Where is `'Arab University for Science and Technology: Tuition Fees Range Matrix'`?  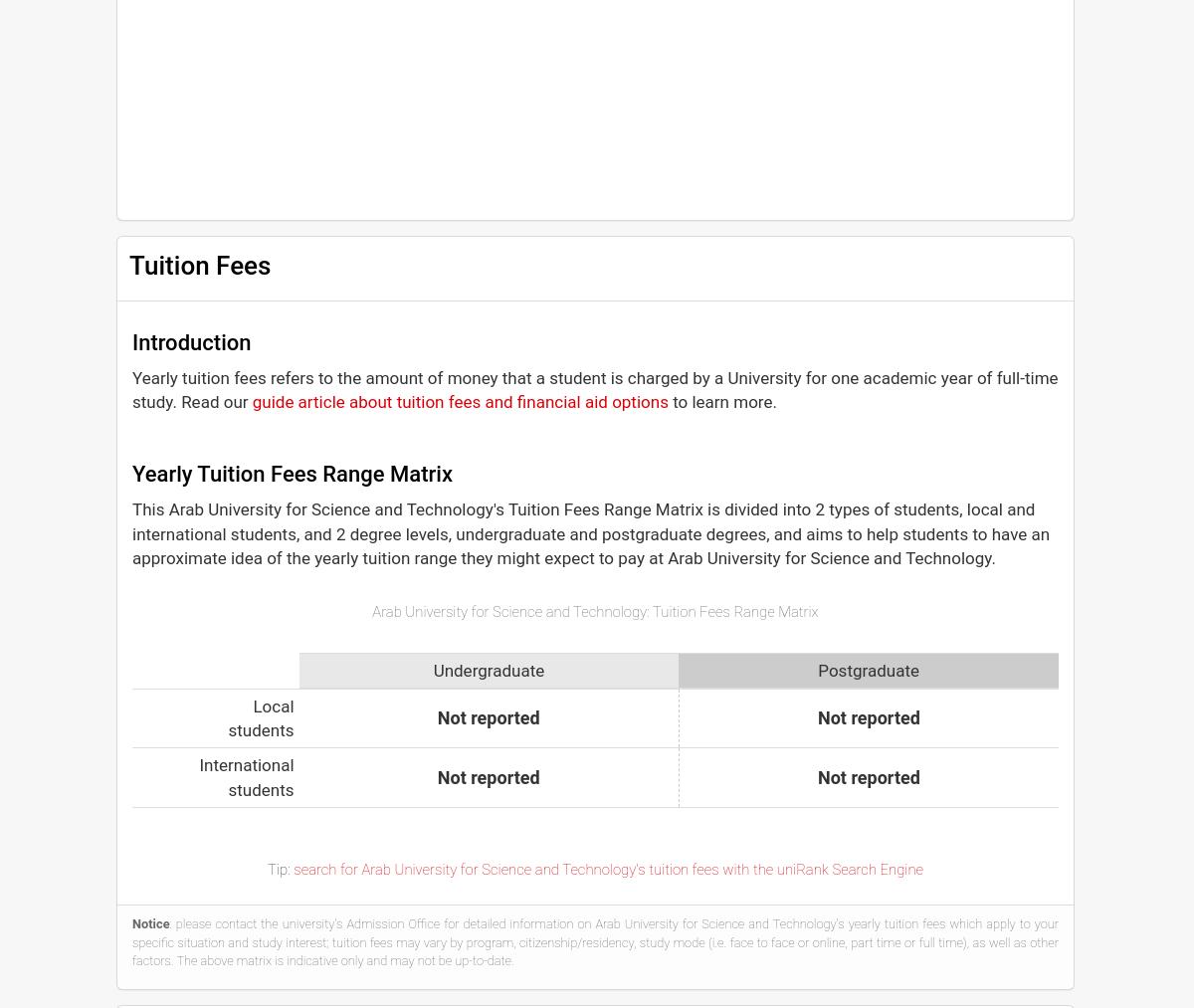
'Arab University for Science and Technology: Tuition Fees Range Matrix' is located at coordinates (593, 610).